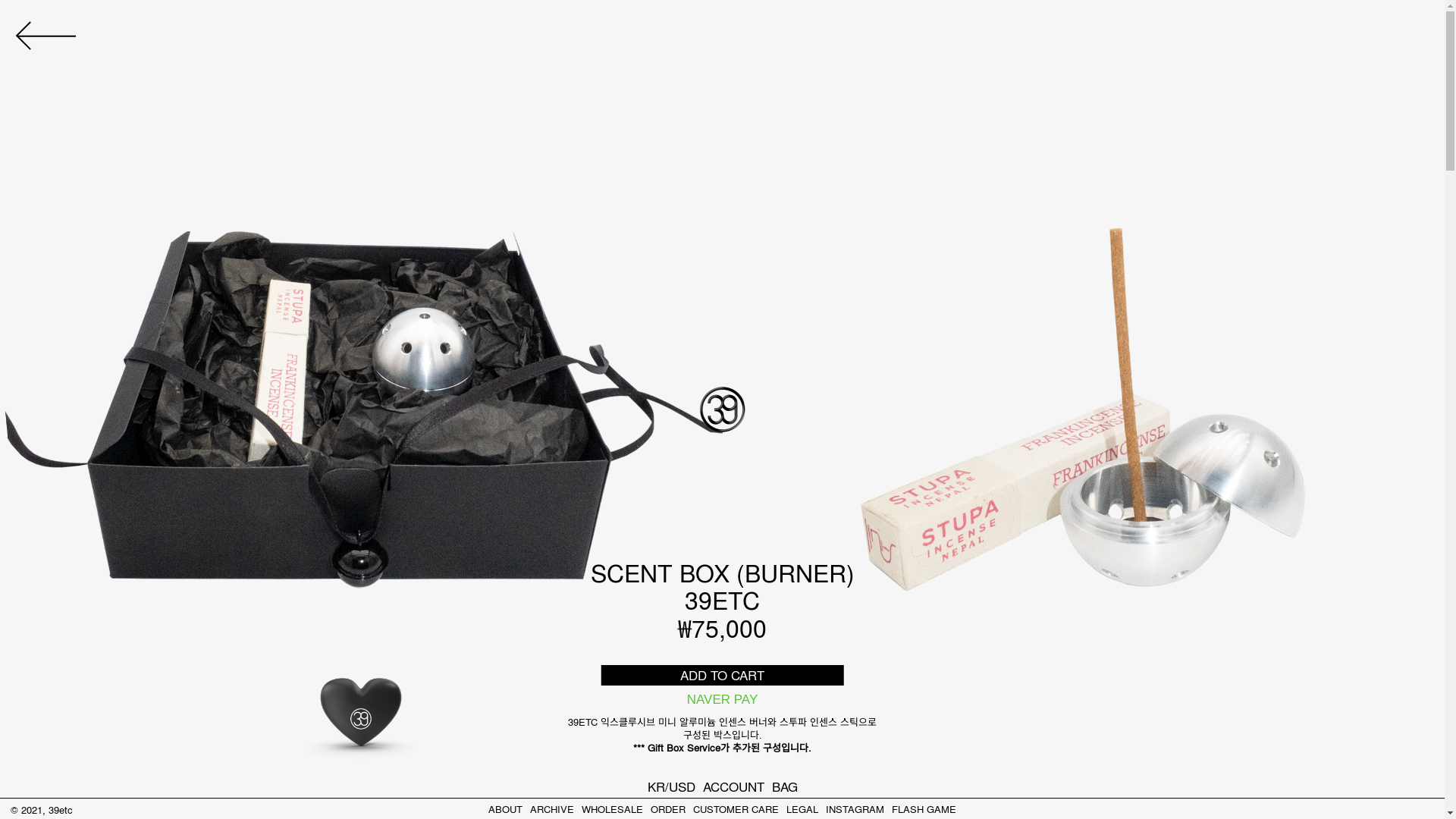 Image resolution: width=1456 pixels, height=819 pixels. Describe the element at coordinates (600, 674) in the screenshot. I see `'ADD TO CART'` at that location.